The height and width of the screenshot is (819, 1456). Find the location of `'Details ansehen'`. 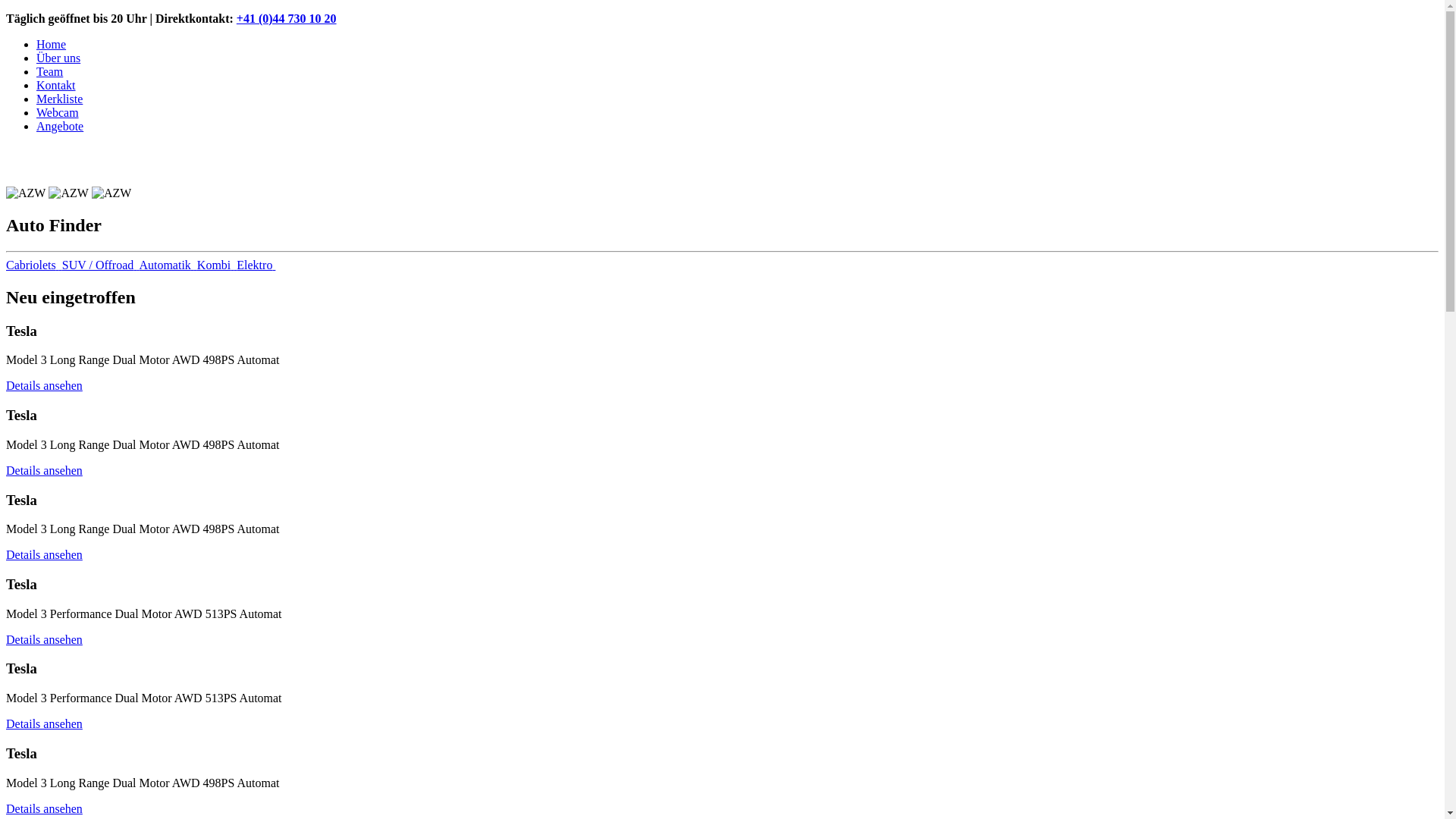

'Details ansehen' is located at coordinates (44, 808).